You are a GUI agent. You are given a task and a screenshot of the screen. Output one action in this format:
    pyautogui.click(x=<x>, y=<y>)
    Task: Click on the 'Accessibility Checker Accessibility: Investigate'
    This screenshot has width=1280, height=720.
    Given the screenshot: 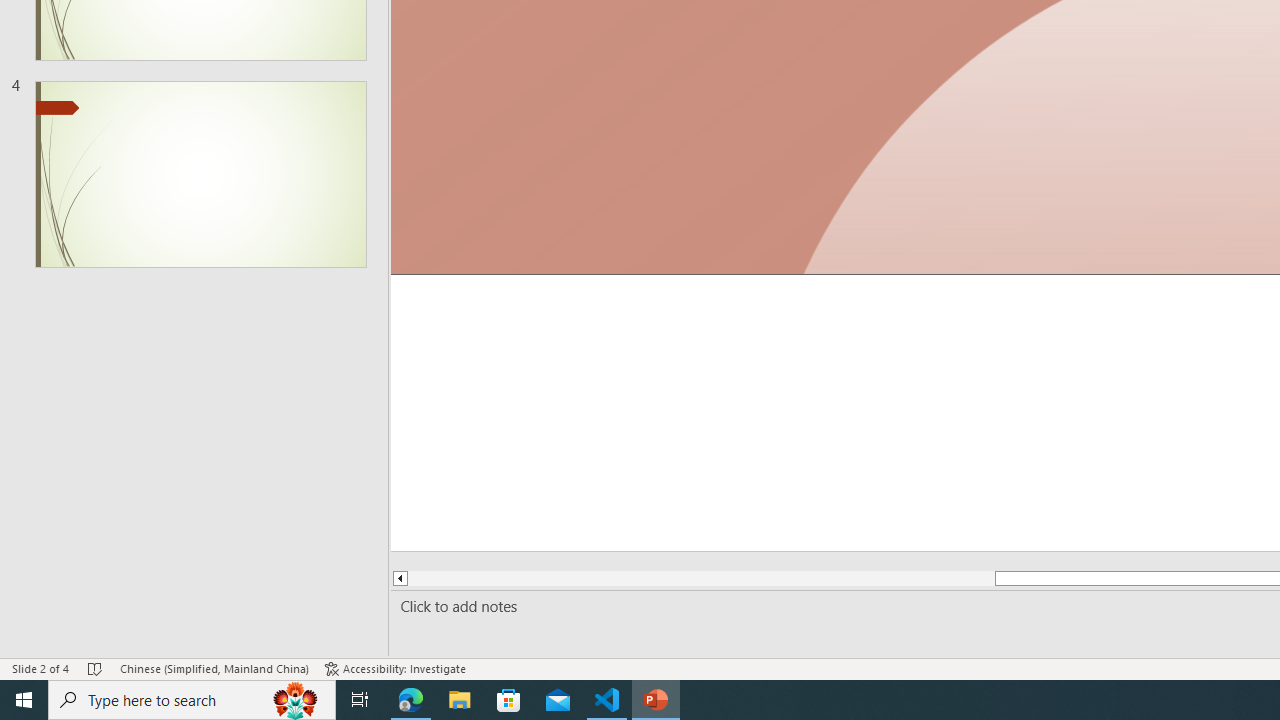 What is the action you would take?
    pyautogui.click(x=395, y=669)
    